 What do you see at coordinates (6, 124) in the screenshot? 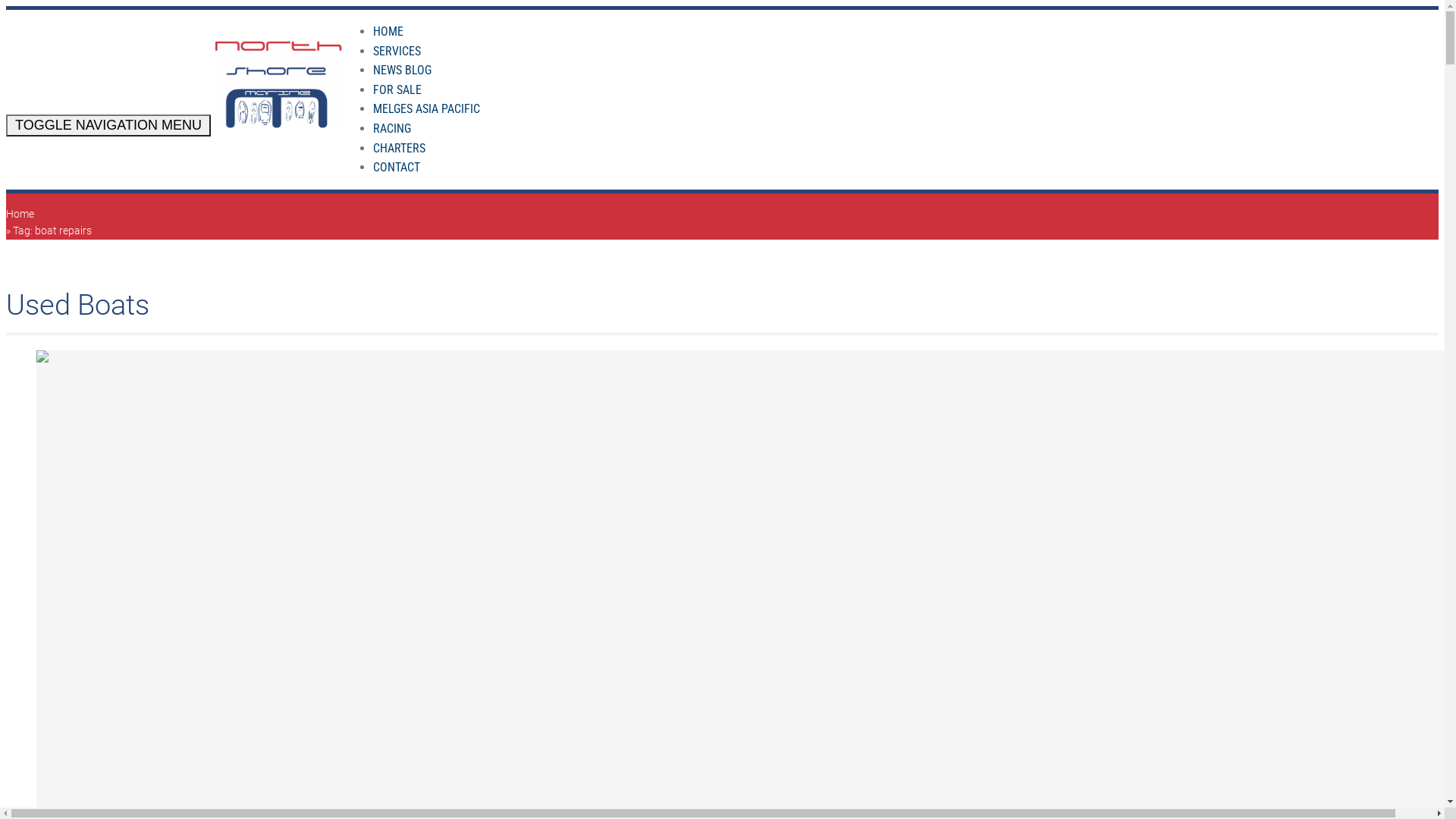
I see `'TOGGLE NAVIGATION MENU'` at bounding box center [6, 124].